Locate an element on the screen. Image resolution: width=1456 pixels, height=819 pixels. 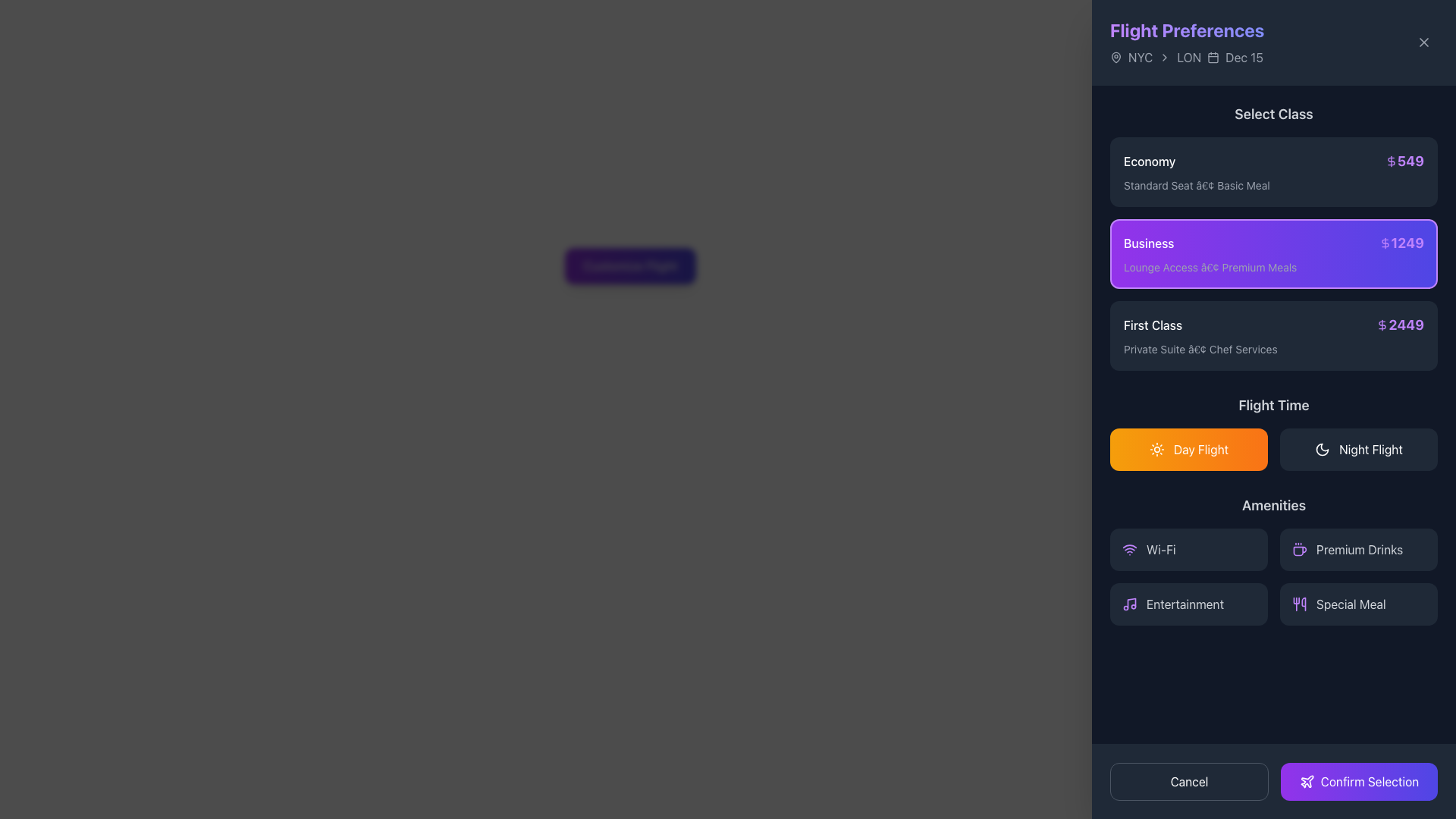
the second arc of the purple Wi-Fi icon in the 'Amenities' section of the right-hand column is located at coordinates (1129, 546).